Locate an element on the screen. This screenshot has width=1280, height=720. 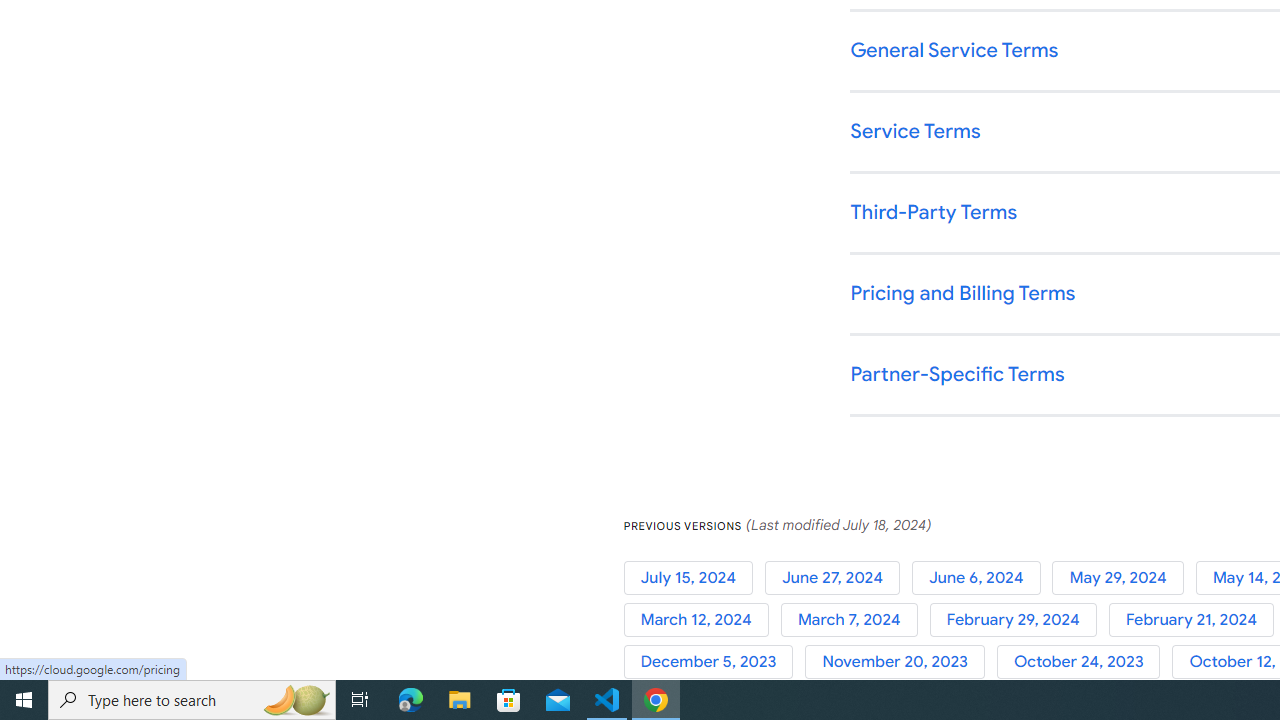
'October 24, 2023' is located at coordinates (1083, 662).